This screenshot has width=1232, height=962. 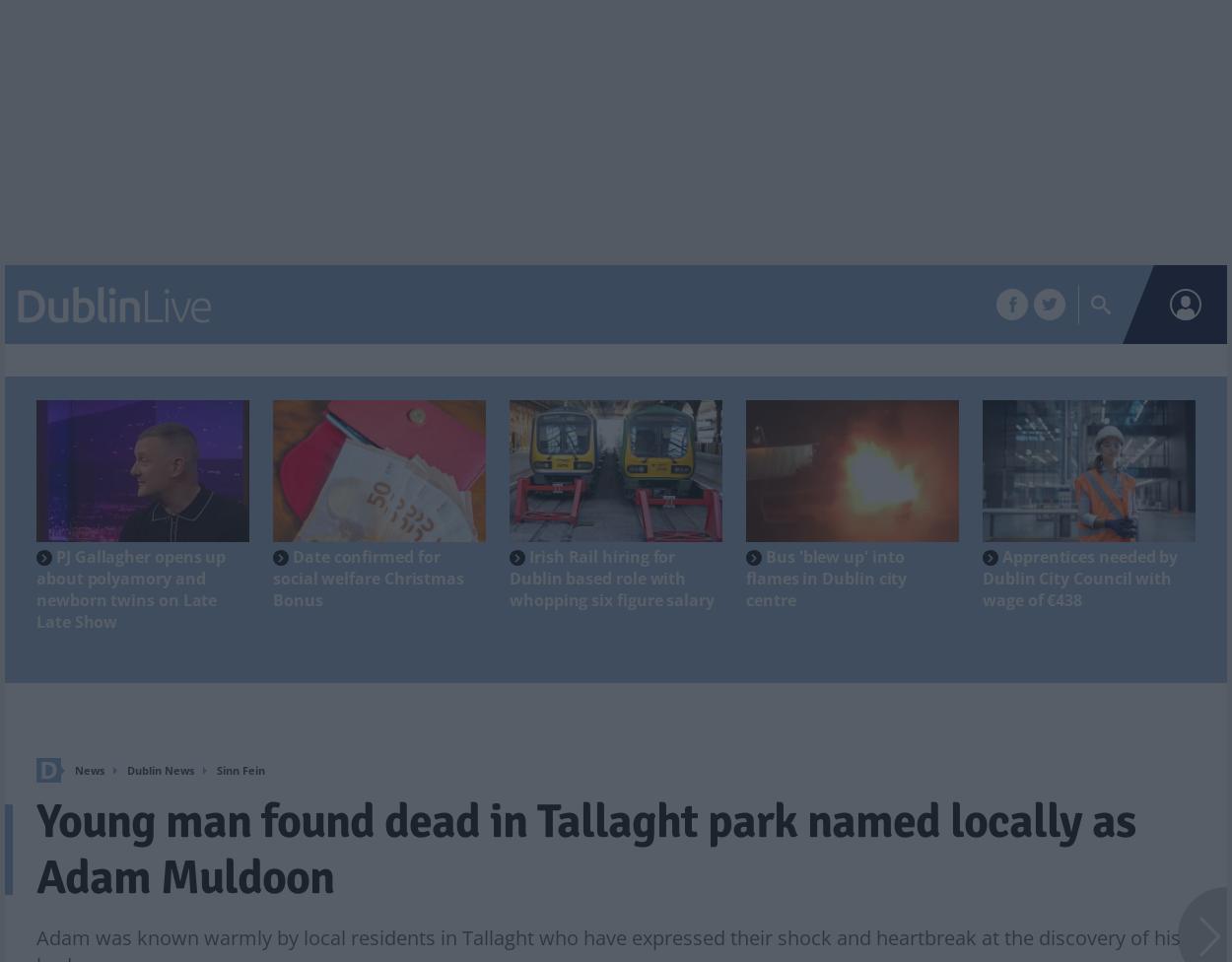 What do you see at coordinates (131, 588) in the screenshot?
I see `'PJ Gallagher opens up about polyamory and newborn twins on Late Late Show'` at bounding box center [131, 588].